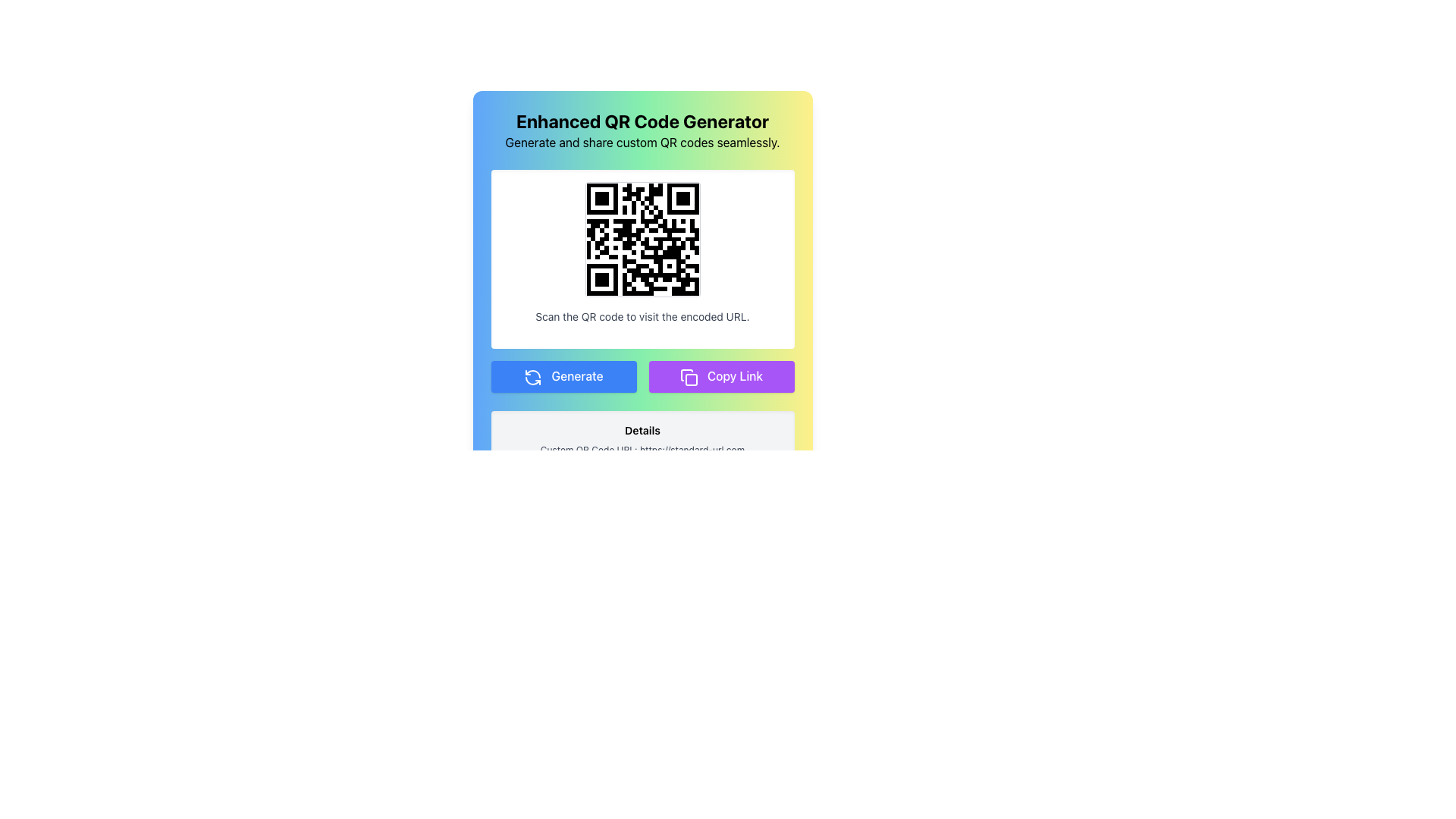 The width and height of the screenshot is (1456, 819). Describe the element at coordinates (688, 376) in the screenshot. I see `the small document icon representing a copy action, which is located inside the purple 'Copy Link' button, positioned near the QR code and next to the green 'Generate' button` at that location.